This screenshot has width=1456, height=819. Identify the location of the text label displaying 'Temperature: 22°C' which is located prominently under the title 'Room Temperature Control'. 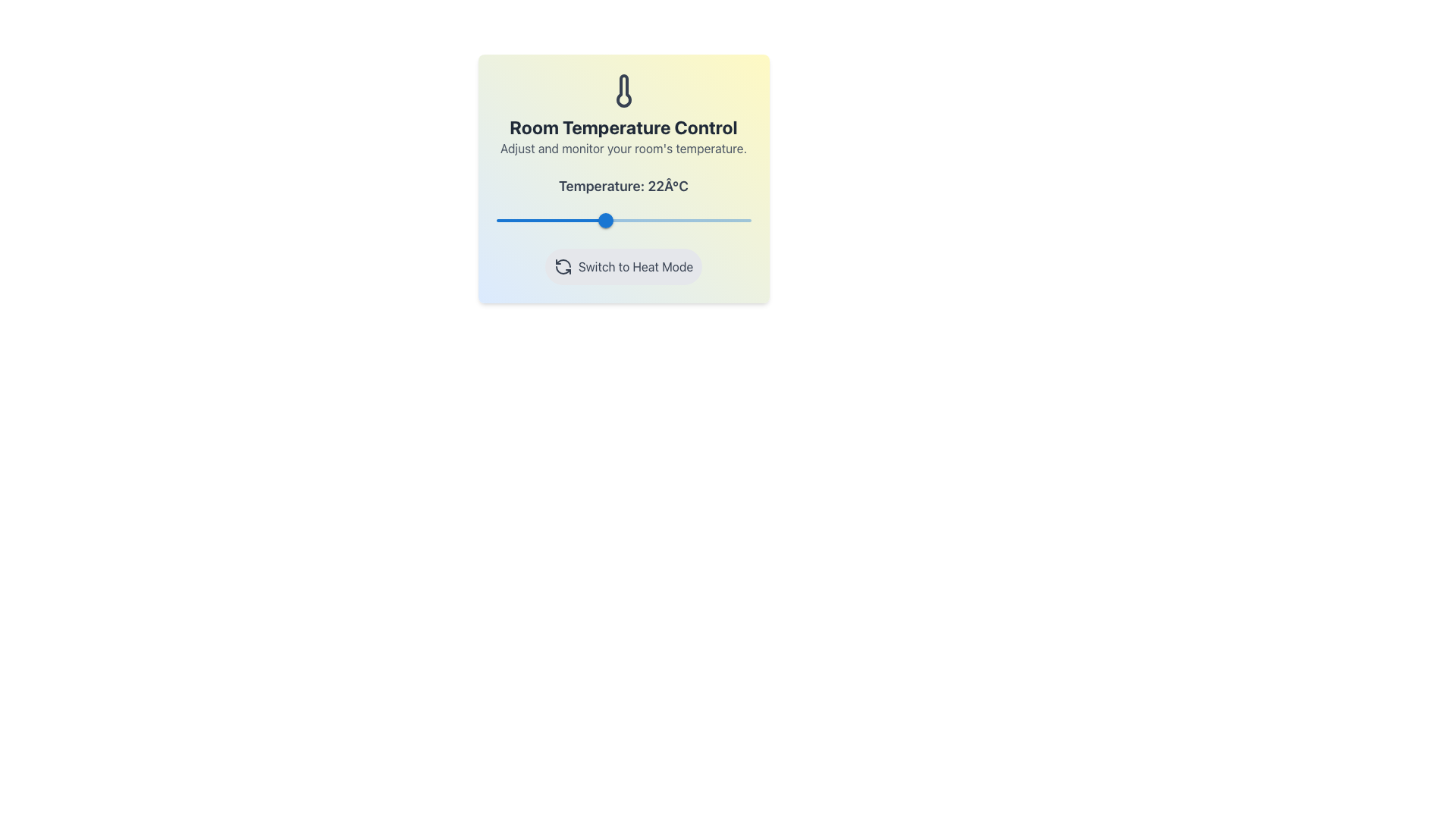
(623, 186).